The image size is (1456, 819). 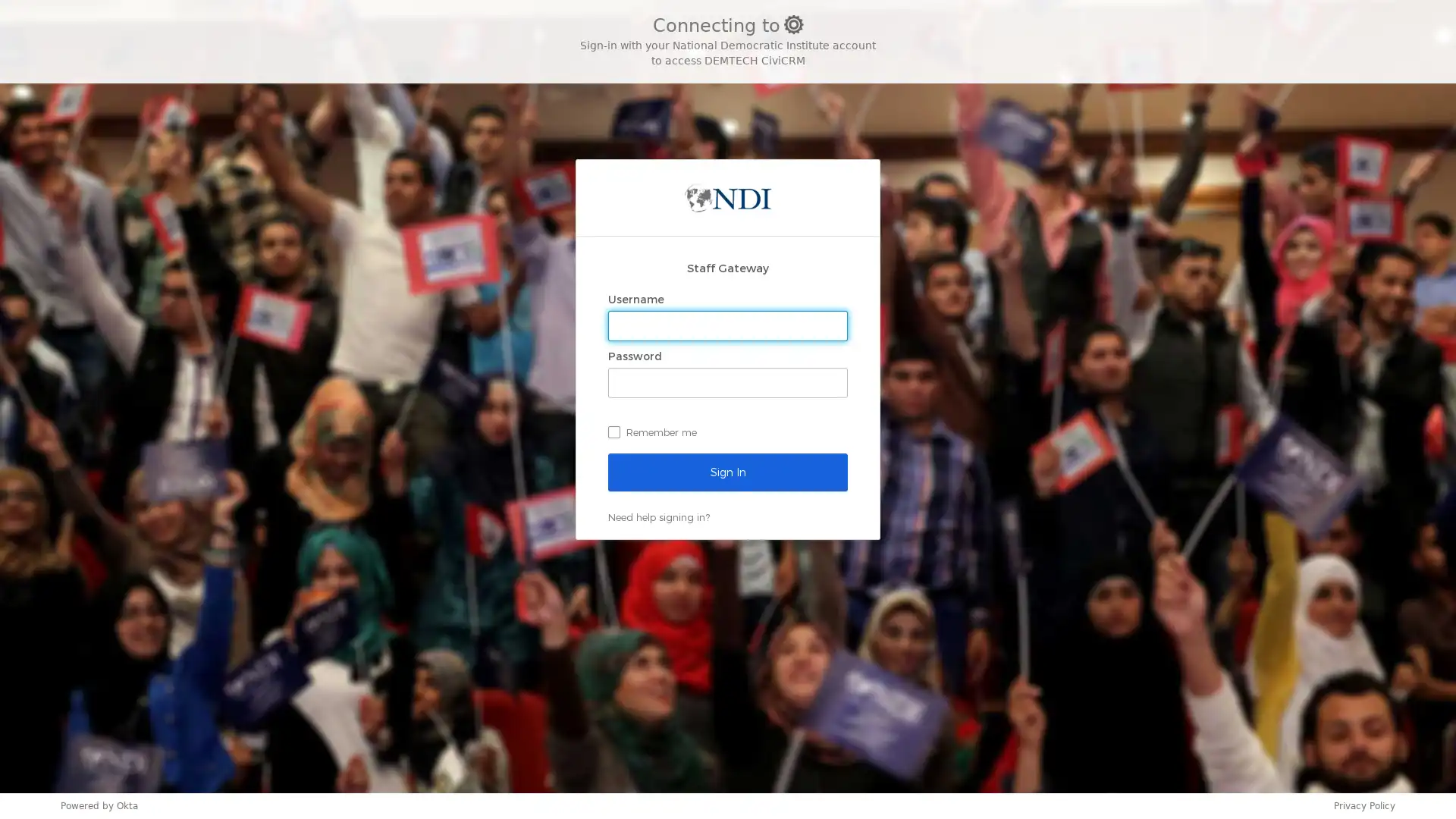 What do you see at coordinates (728, 470) in the screenshot?
I see `Sign In` at bounding box center [728, 470].